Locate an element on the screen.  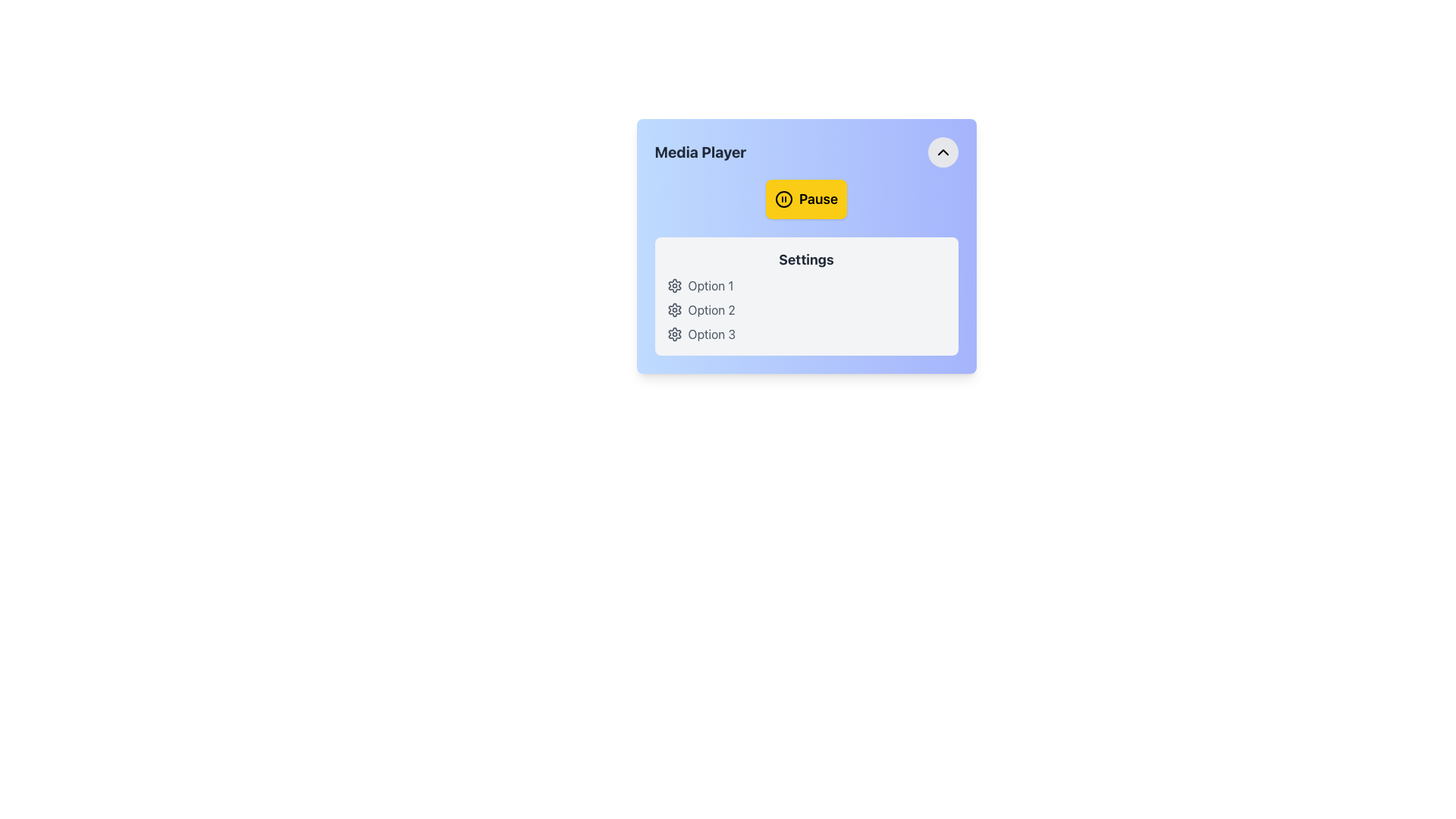
the black upward-pointing chevron icon located in the top-right corner of the card-like interface to interact with it is located at coordinates (942, 152).